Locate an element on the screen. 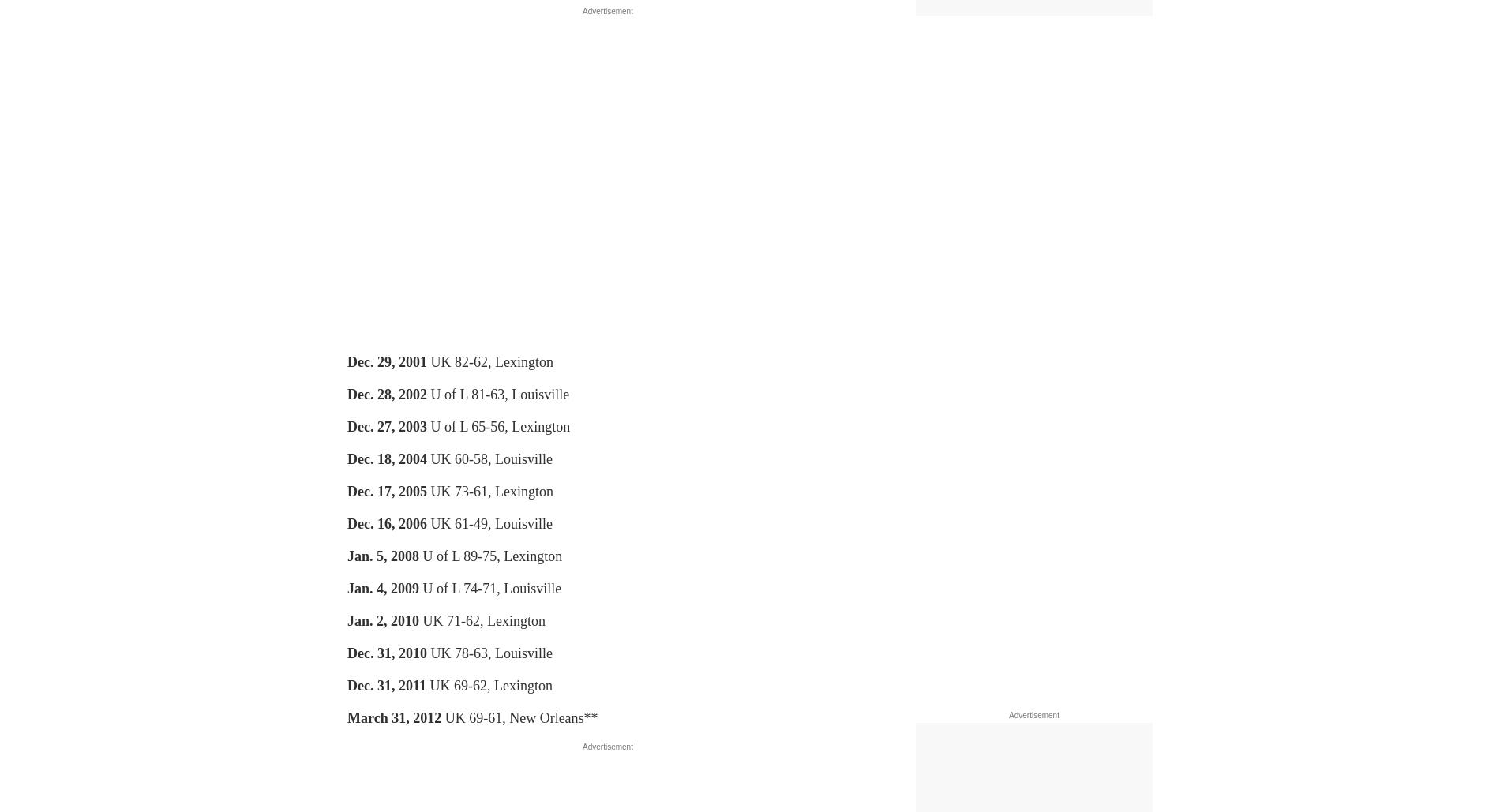 This screenshot has height=812, width=1500. 'U of L 89-75, Lexington' is located at coordinates (490, 555).